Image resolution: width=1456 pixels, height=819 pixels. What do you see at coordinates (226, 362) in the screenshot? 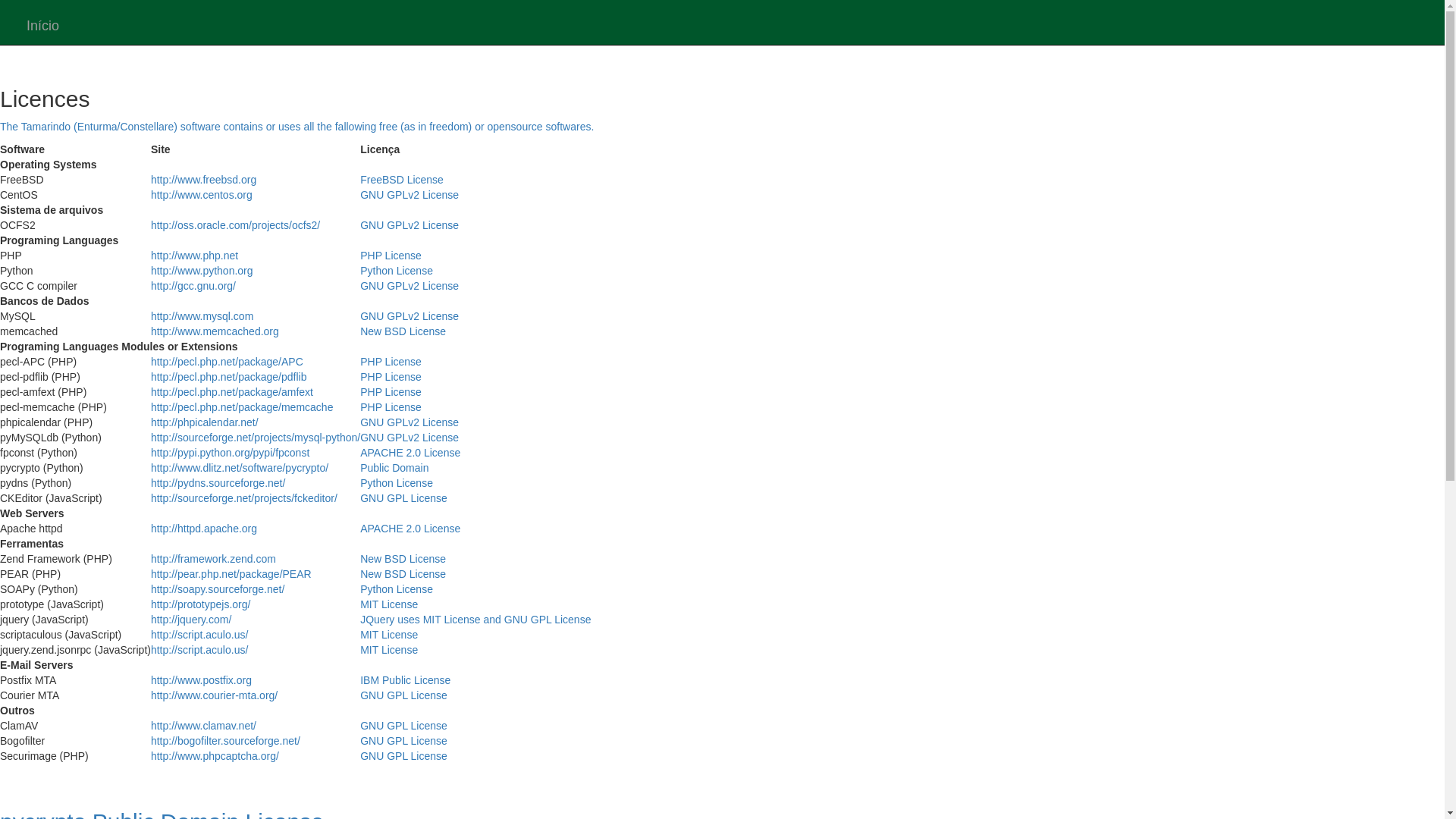
I see `'http://pecl.php.net/package/APC'` at bounding box center [226, 362].